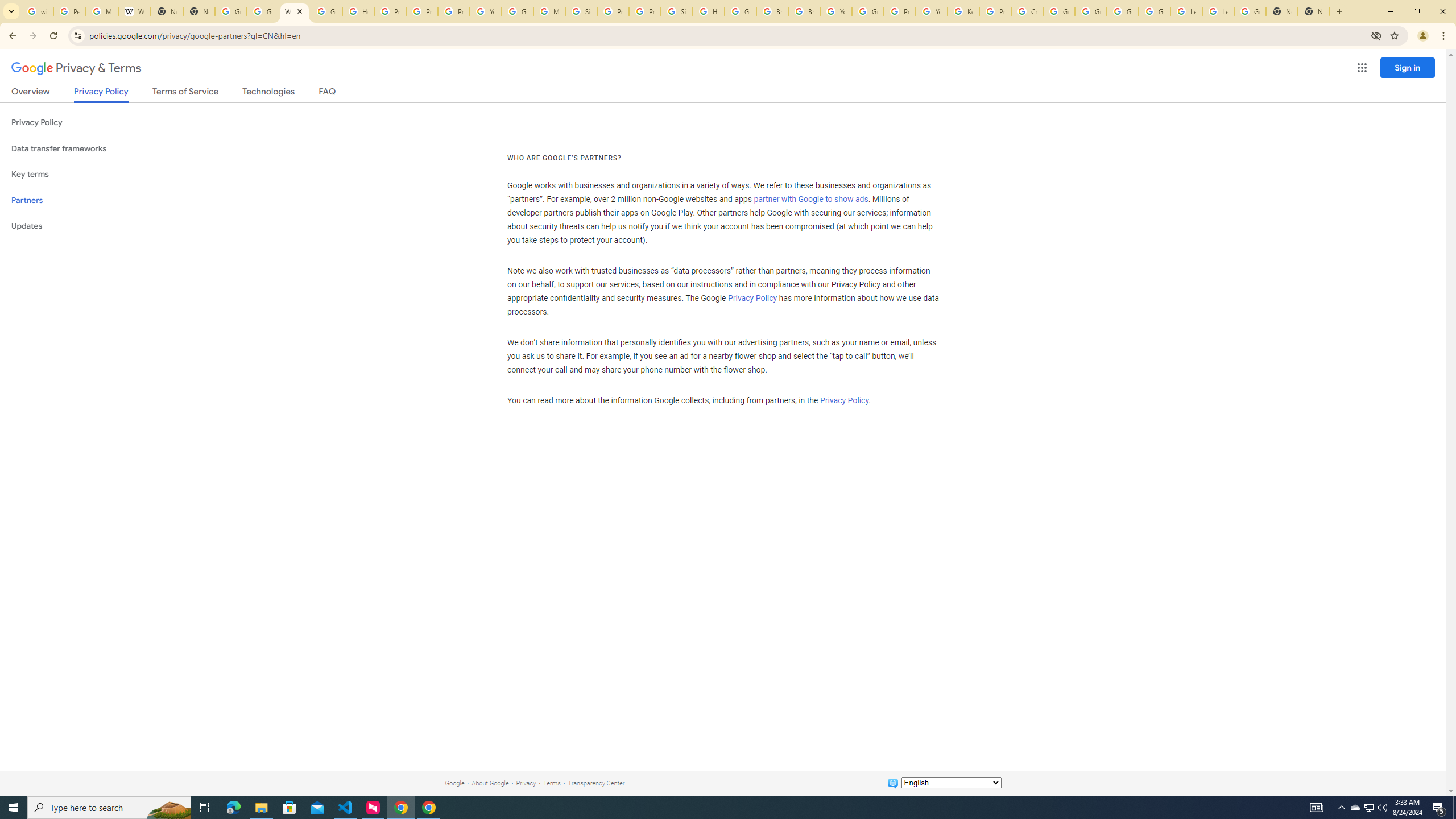 This screenshot has width=1456, height=819. What do you see at coordinates (581, 11) in the screenshot?
I see `'Sign in - Google Accounts'` at bounding box center [581, 11].